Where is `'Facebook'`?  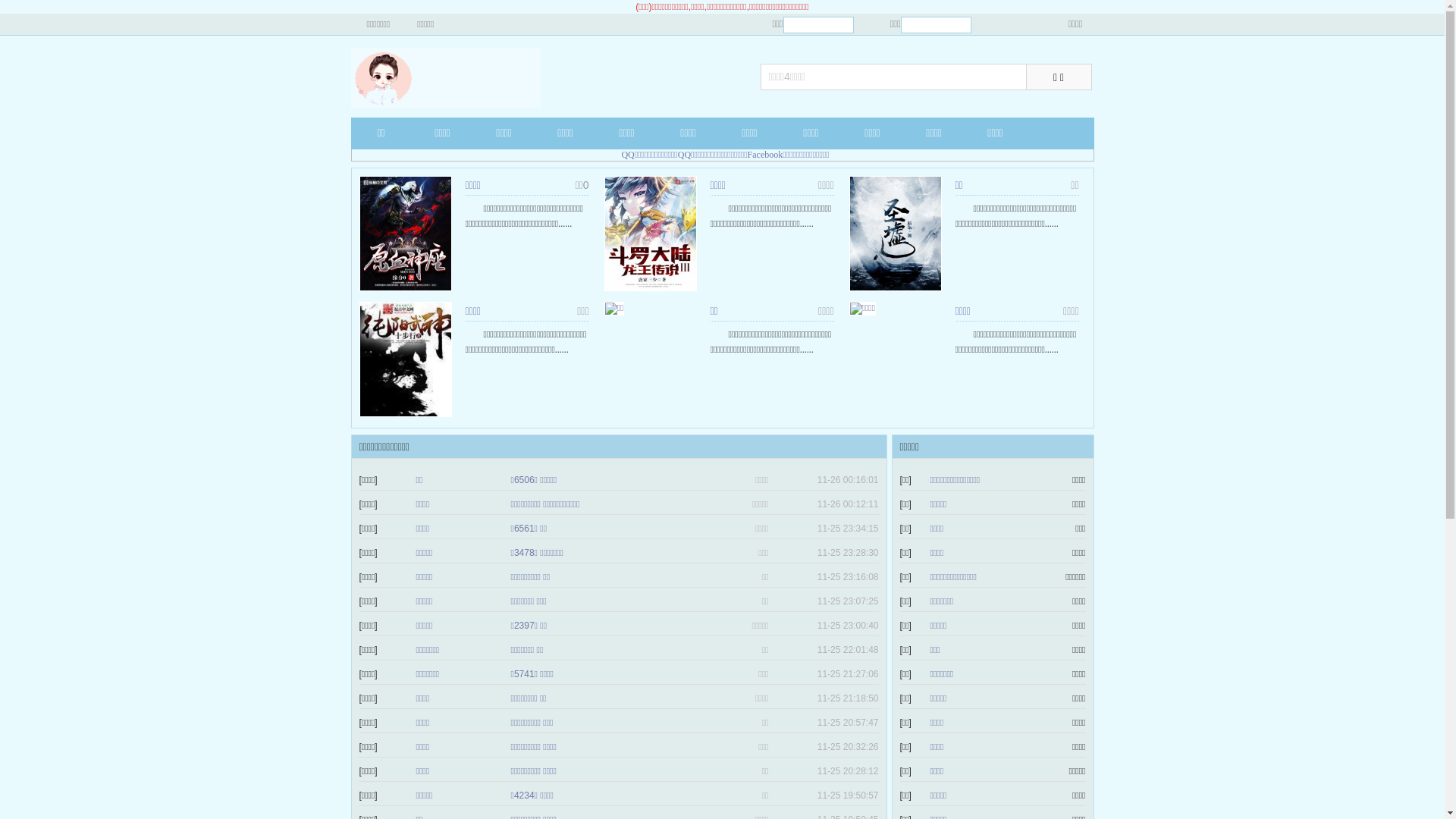 'Facebook' is located at coordinates (747, 155).